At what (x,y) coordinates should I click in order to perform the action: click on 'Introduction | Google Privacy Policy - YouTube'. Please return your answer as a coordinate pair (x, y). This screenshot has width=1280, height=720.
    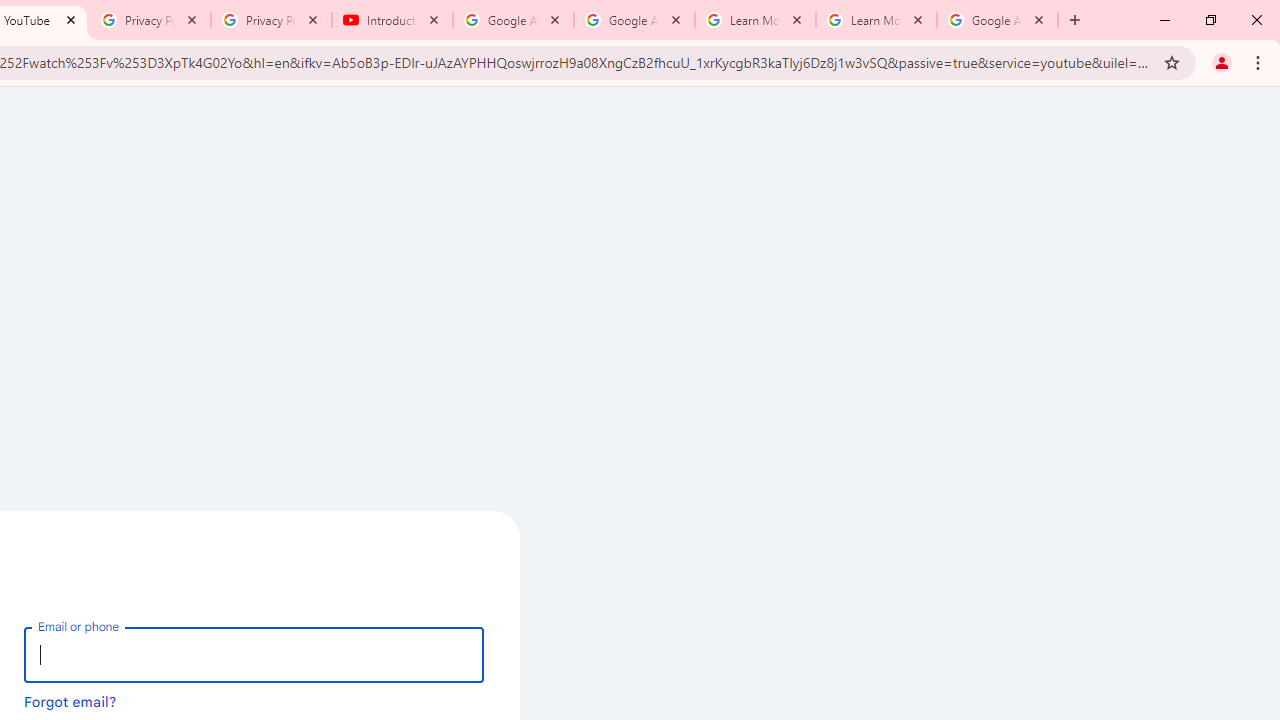
    Looking at the image, I should click on (392, 20).